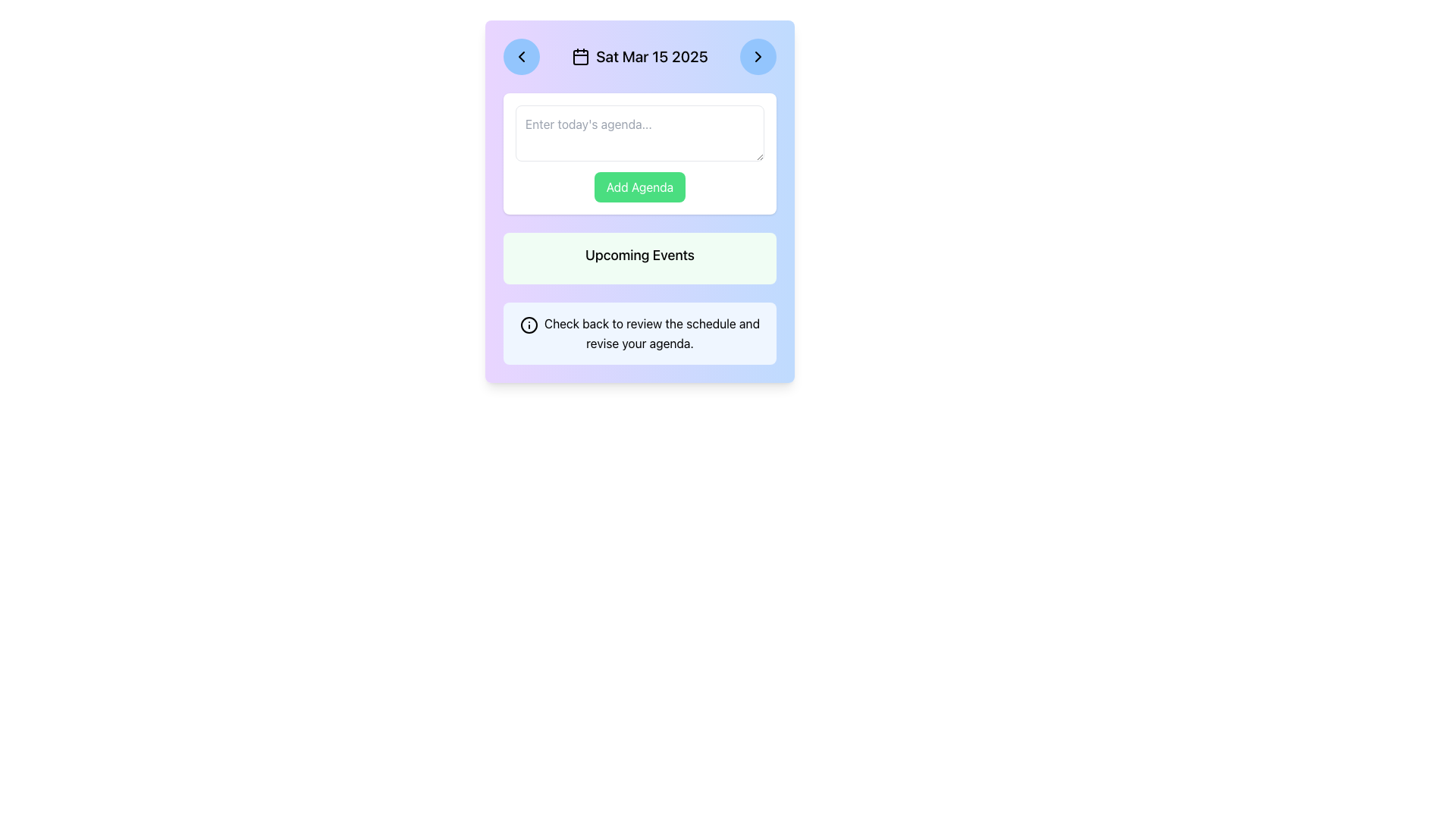 The width and height of the screenshot is (1456, 819). What do you see at coordinates (640, 133) in the screenshot?
I see `the rectangular text input box with a light border and rounded corners, which contains the placeholder text 'Enter today's agenda...', to focus and begin typing` at bounding box center [640, 133].